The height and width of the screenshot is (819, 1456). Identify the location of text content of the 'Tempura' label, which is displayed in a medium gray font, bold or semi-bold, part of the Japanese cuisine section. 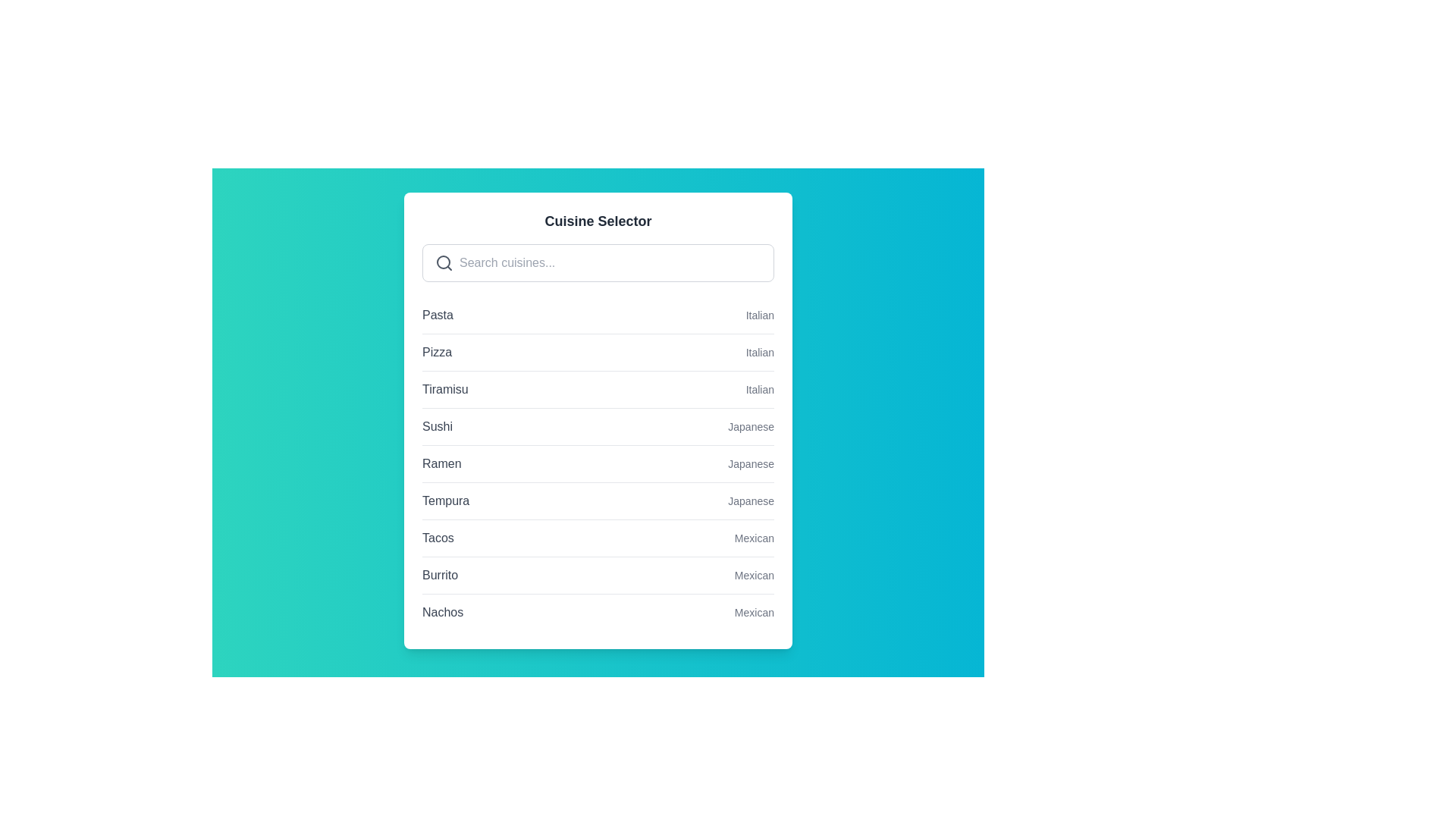
(445, 500).